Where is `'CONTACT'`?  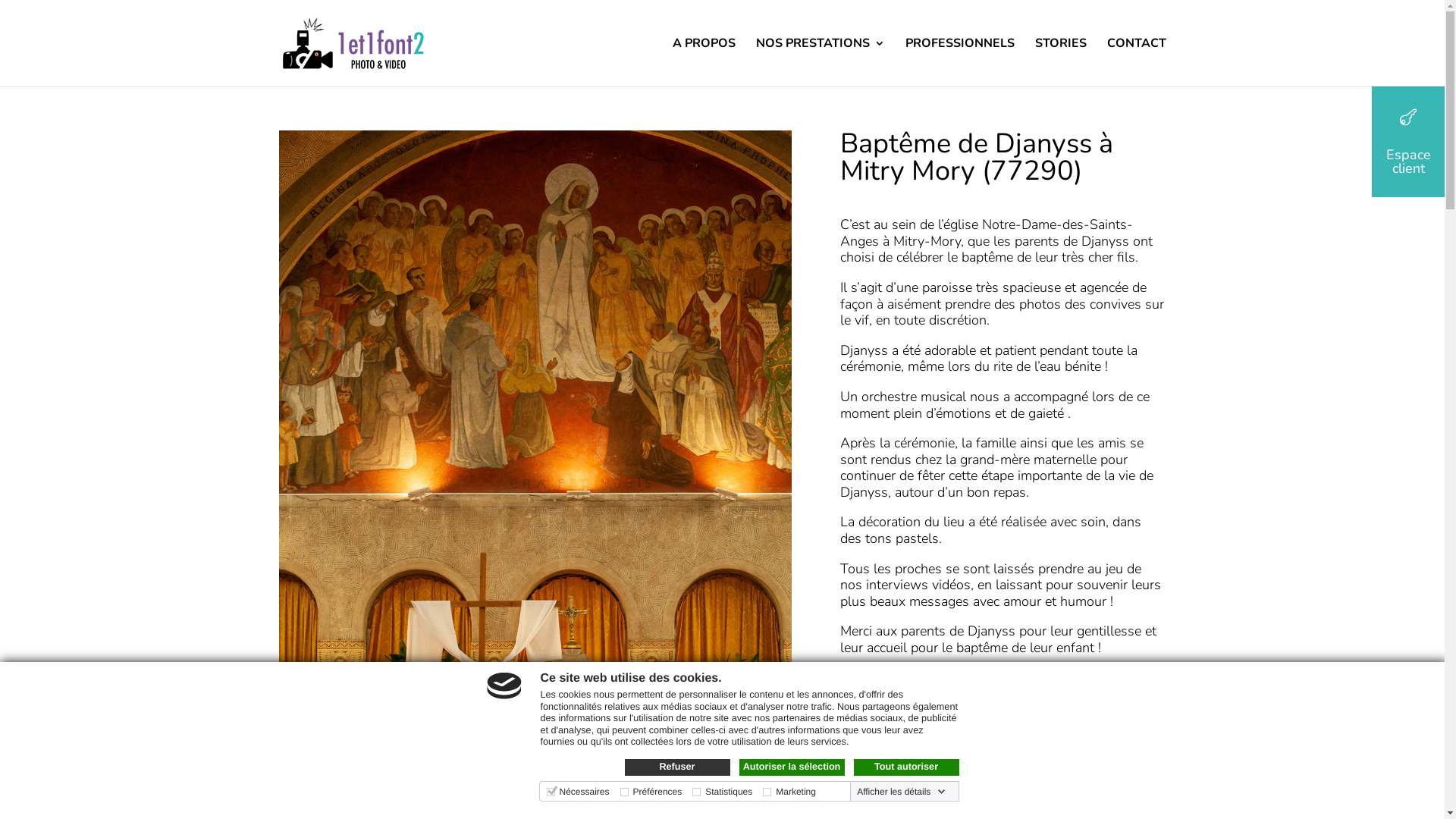 'CONTACT' is located at coordinates (1136, 61).